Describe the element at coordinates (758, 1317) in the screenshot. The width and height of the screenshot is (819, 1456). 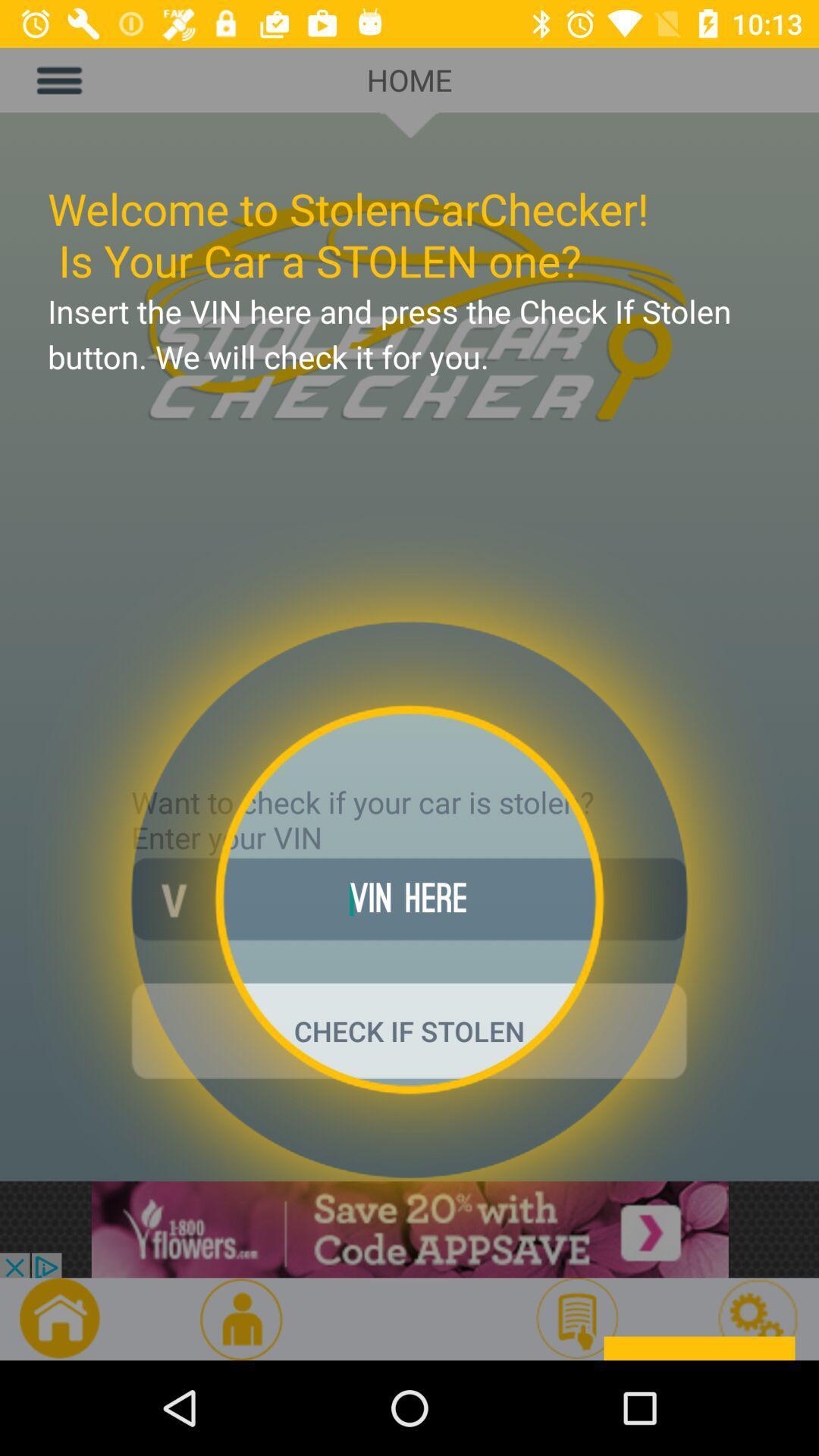
I see `the settings icon` at that location.